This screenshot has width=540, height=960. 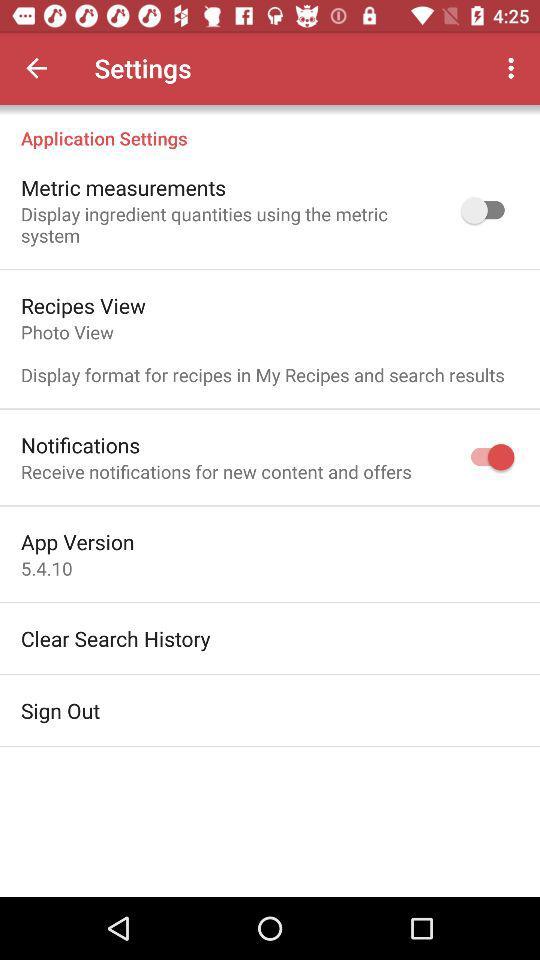 What do you see at coordinates (46, 568) in the screenshot?
I see `the item below app version` at bounding box center [46, 568].